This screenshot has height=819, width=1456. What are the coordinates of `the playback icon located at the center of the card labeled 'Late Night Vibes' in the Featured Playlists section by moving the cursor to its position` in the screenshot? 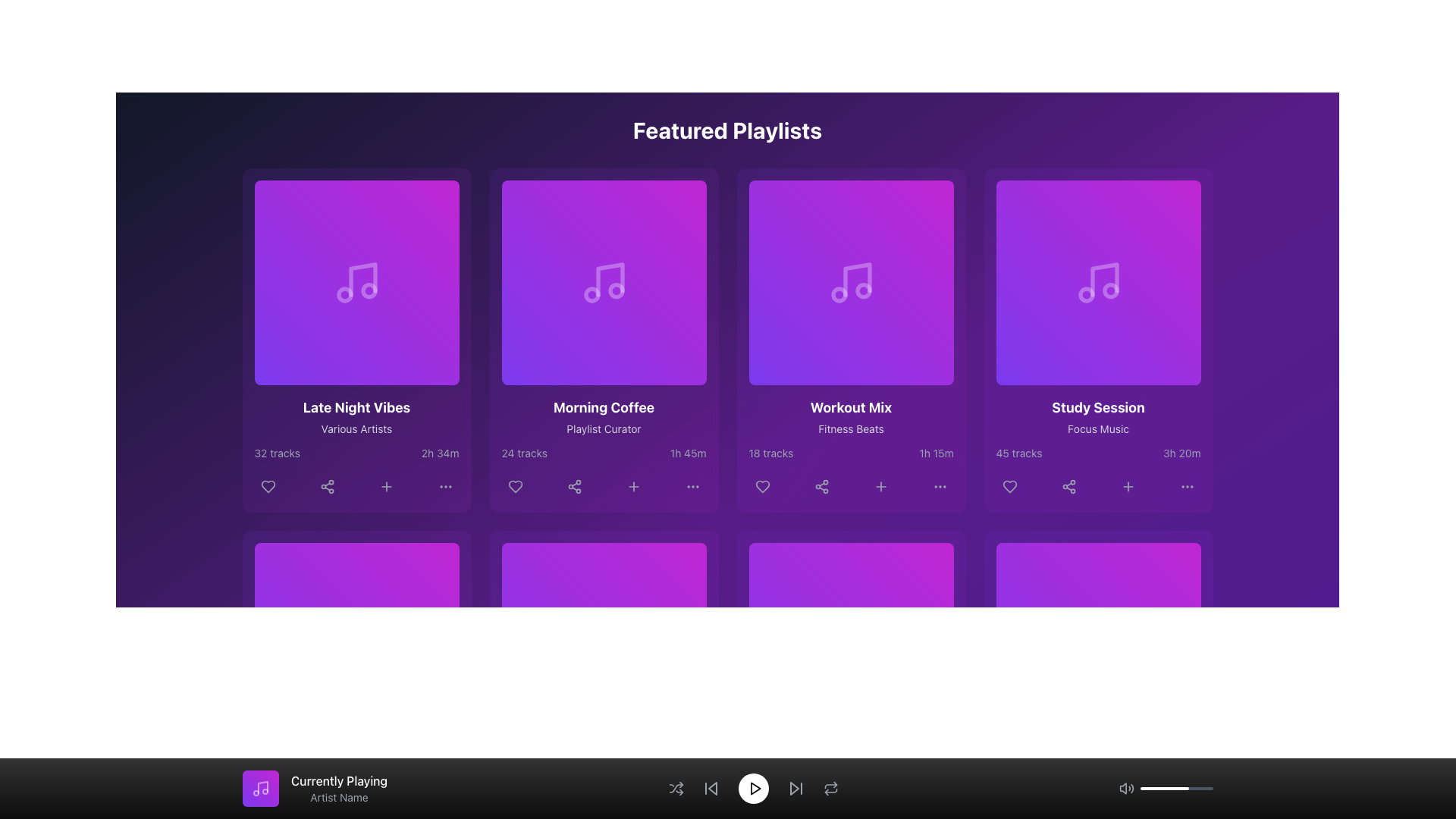 It's located at (357, 283).